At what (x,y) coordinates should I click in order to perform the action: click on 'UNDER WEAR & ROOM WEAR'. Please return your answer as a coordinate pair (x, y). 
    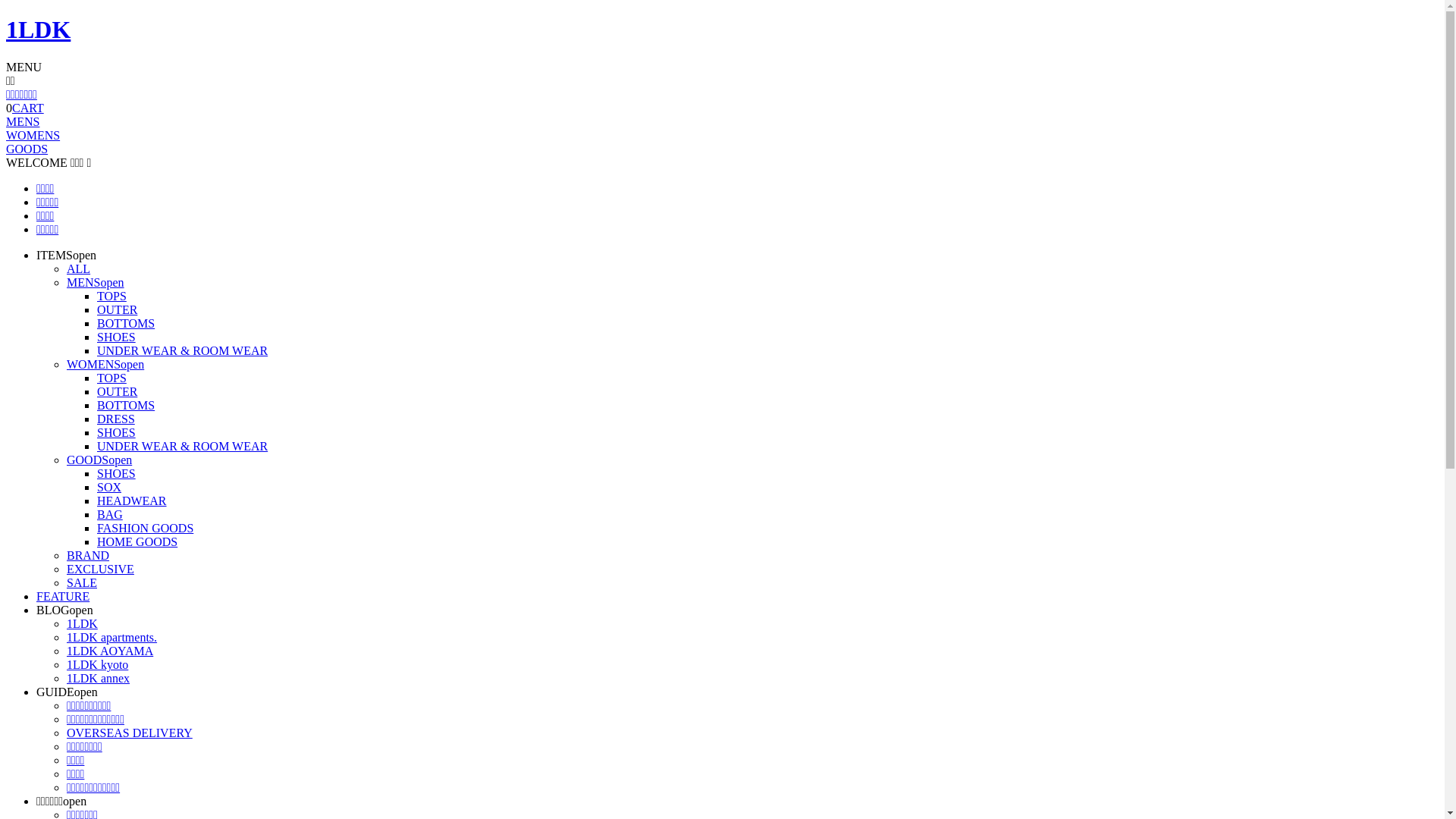
    Looking at the image, I should click on (182, 350).